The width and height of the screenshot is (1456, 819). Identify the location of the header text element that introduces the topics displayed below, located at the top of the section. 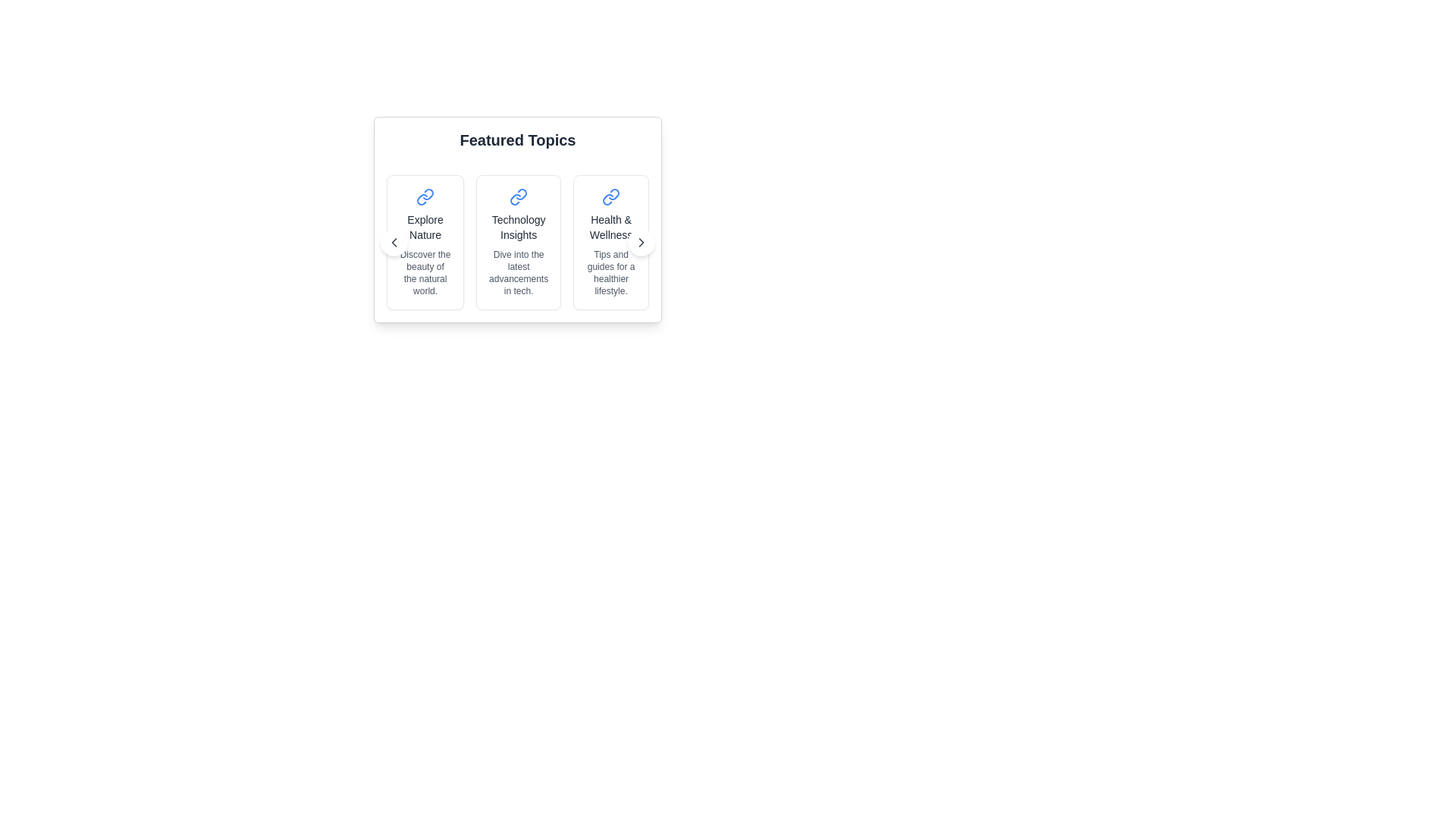
(517, 140).